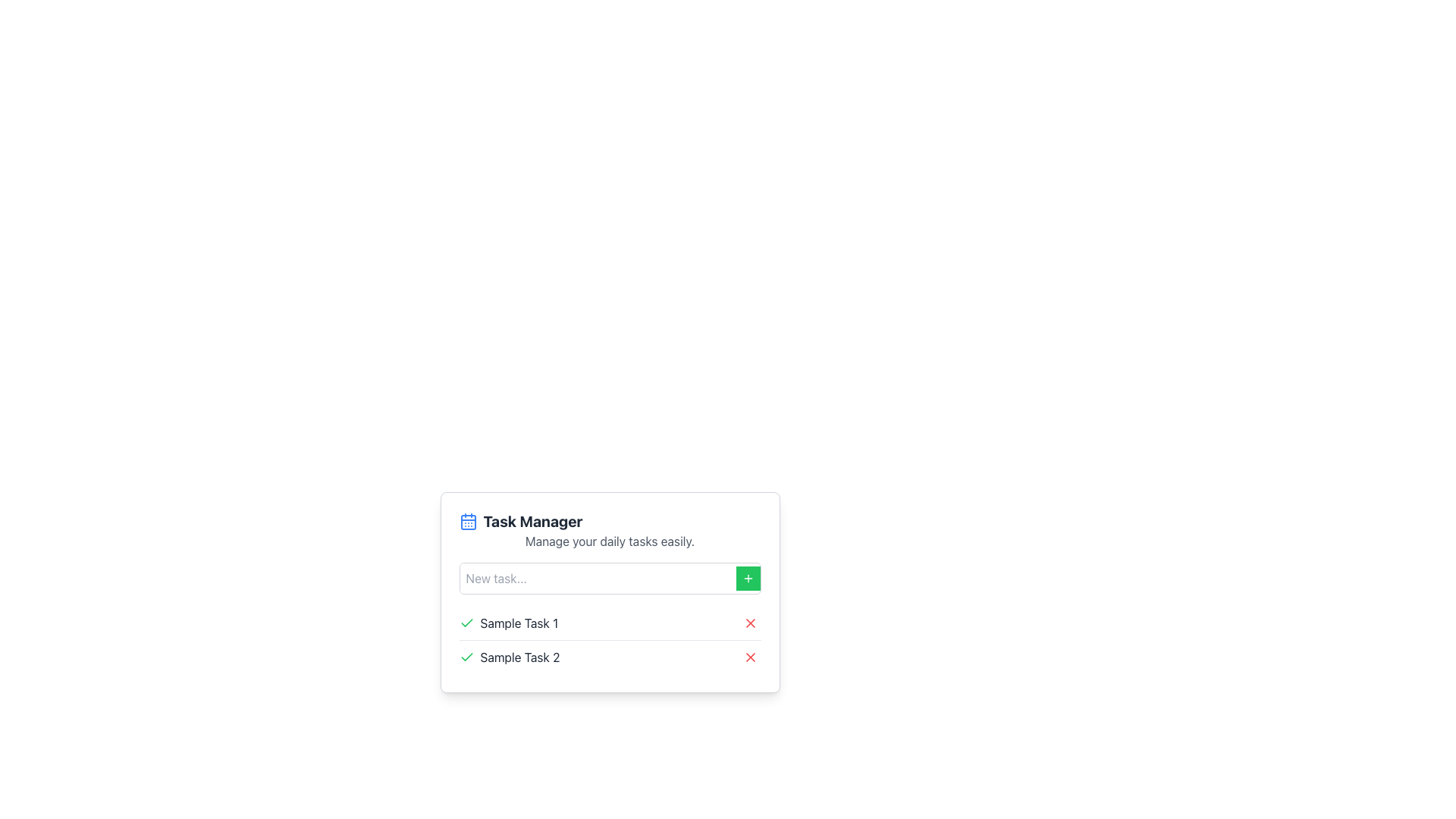 The width and height of the screenshot is (1456, 819). Describe the element at coordinates (466, 657) in the screenshot. I see `the completion status icon located to the left of 'Sample Task 2' in the task list` at that location.